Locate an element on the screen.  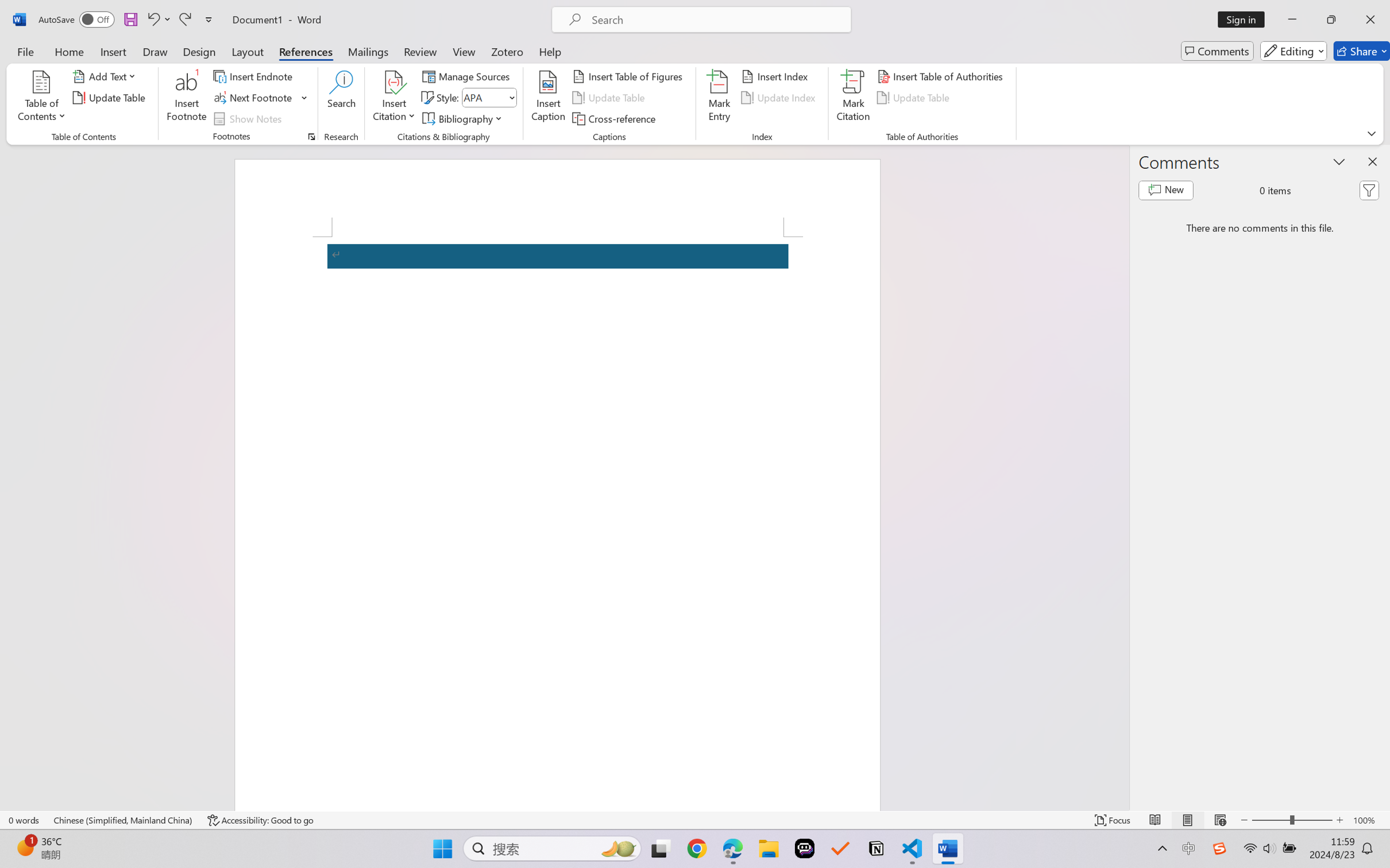
'Filter' is located at coordinates (1369, 190).